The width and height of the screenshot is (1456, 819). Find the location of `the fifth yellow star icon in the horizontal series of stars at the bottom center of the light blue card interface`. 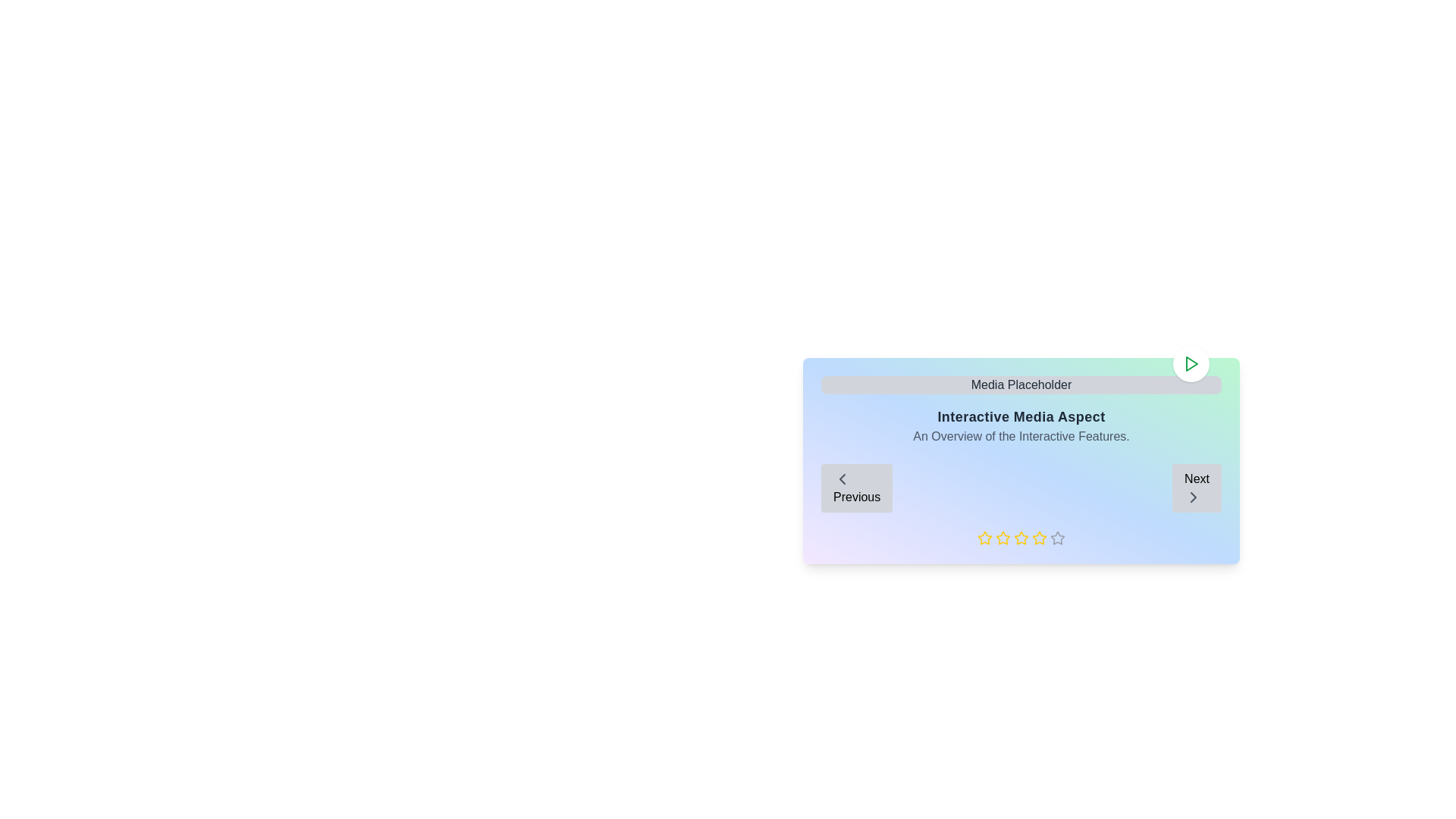

the fifth yellow star icon in the horizontal series of stars at the bottom center of the light blue card interface is located at coordinates (1021, 537).